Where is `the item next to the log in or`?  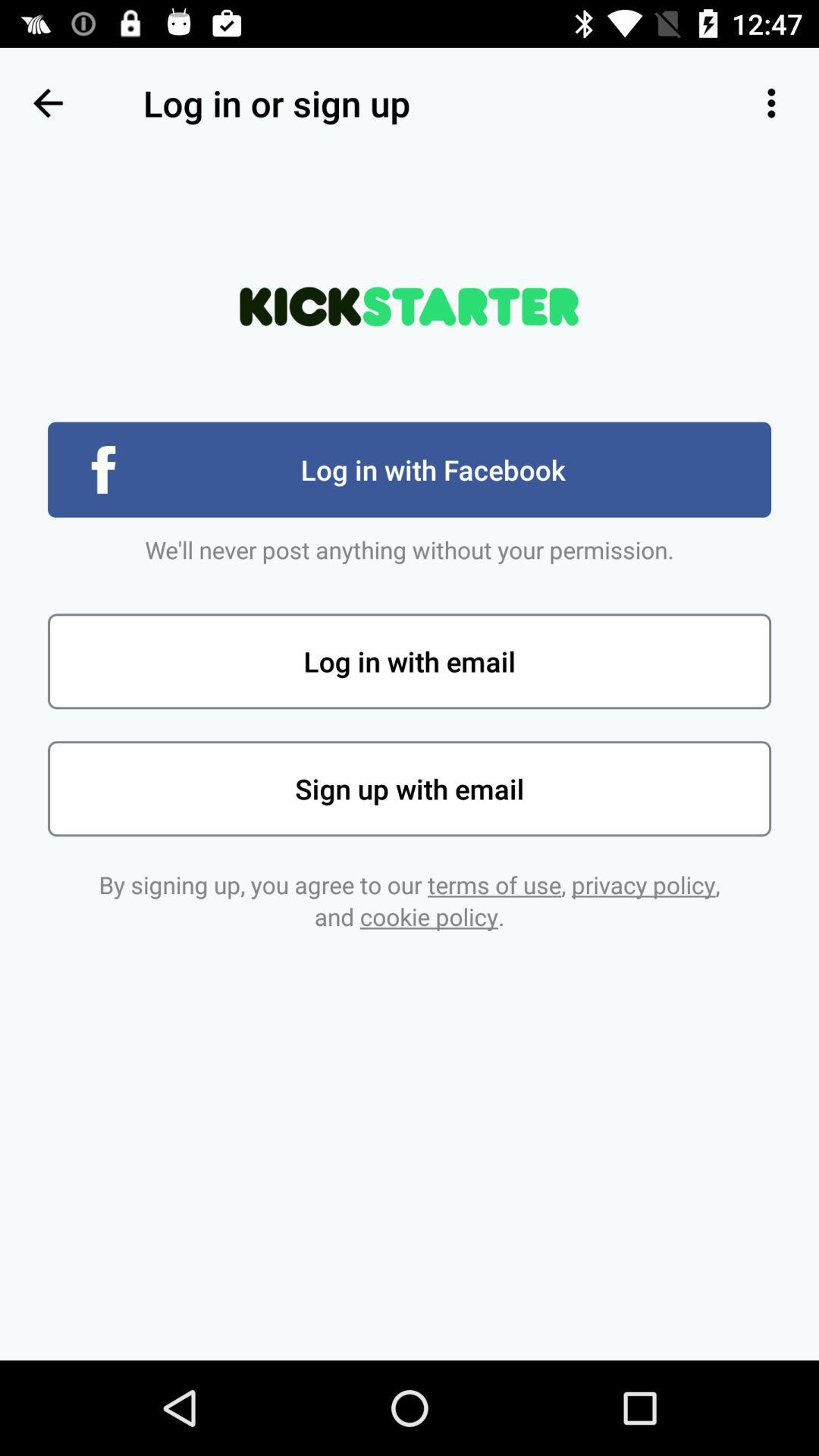
the item next to the log in or is located at coordinates (46, 102).